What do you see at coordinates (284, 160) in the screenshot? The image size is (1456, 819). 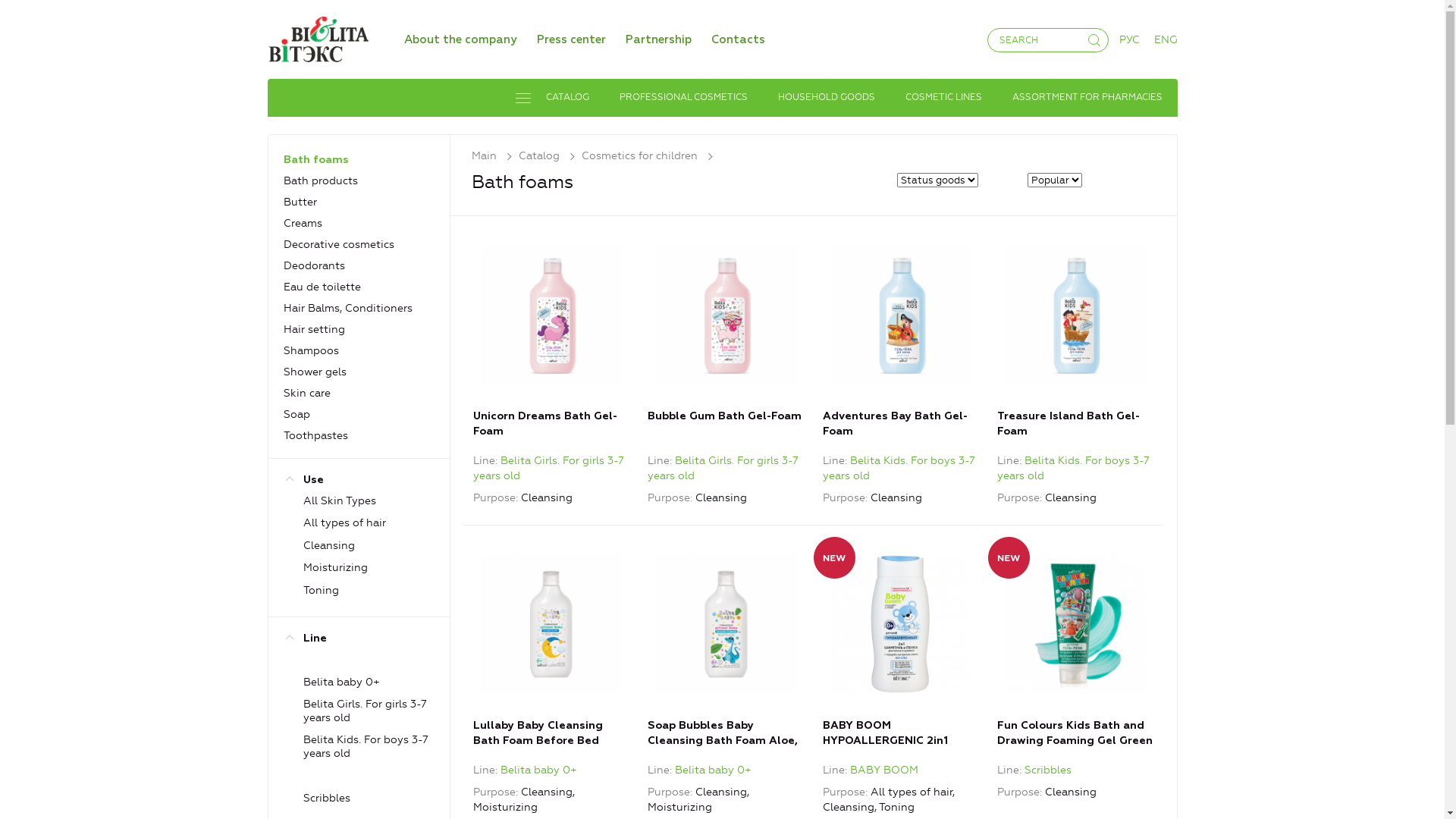 I see `'Bath foams'` at bounding box center [284, 160].